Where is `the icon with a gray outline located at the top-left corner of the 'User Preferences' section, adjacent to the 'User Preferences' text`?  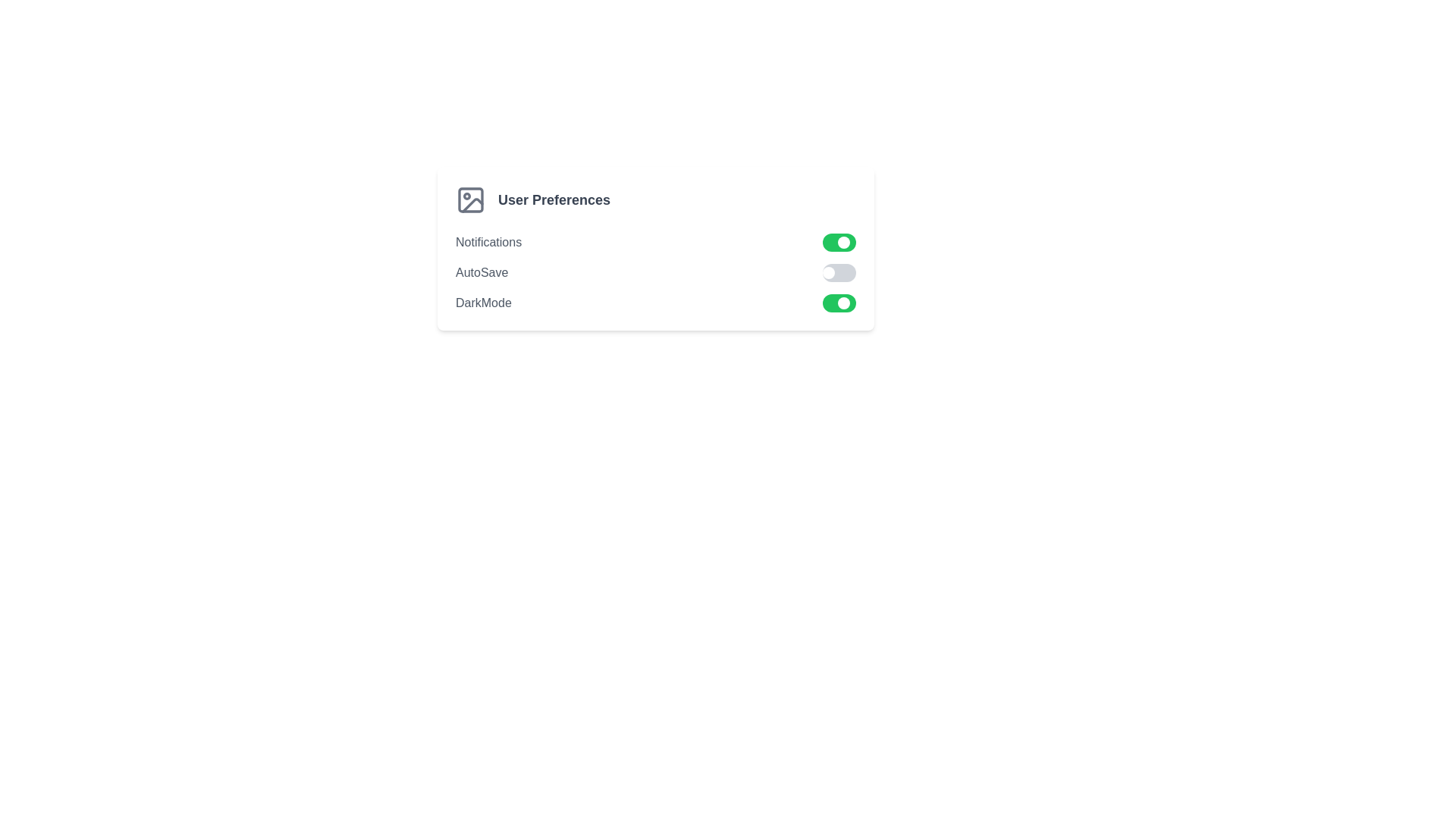
the icon with a gray outline located at the top-left corner of the 'User Preferences' section, adjacent to the 'User Preferences' text is located at coordinates (469, 199).